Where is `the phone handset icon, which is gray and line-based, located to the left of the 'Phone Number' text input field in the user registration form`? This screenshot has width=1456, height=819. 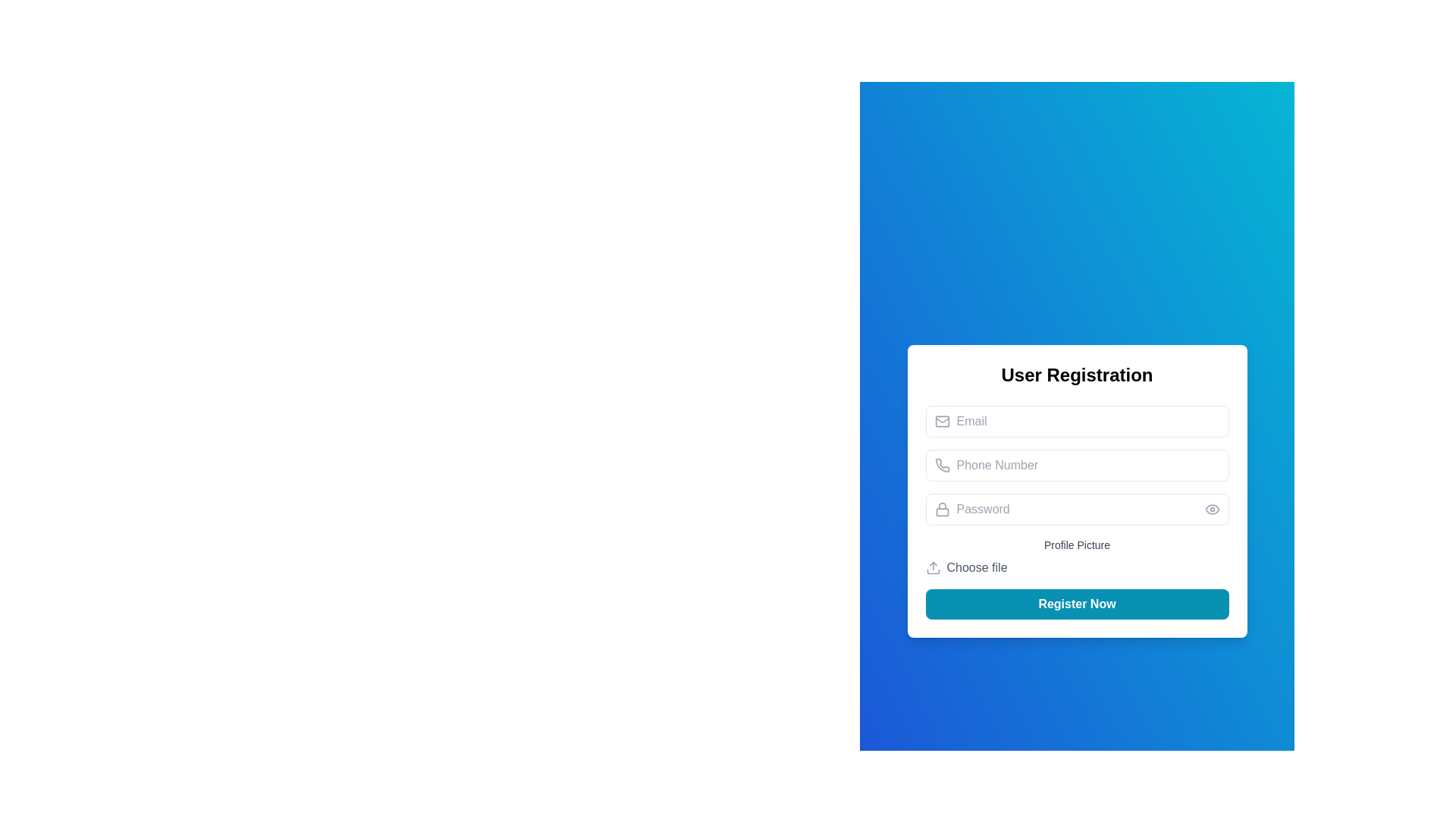
the phone handset icon, which is gray and line-based, located to the left of the 'Phone Number' text input field in the user registration form is located at coordinates (941, 464).